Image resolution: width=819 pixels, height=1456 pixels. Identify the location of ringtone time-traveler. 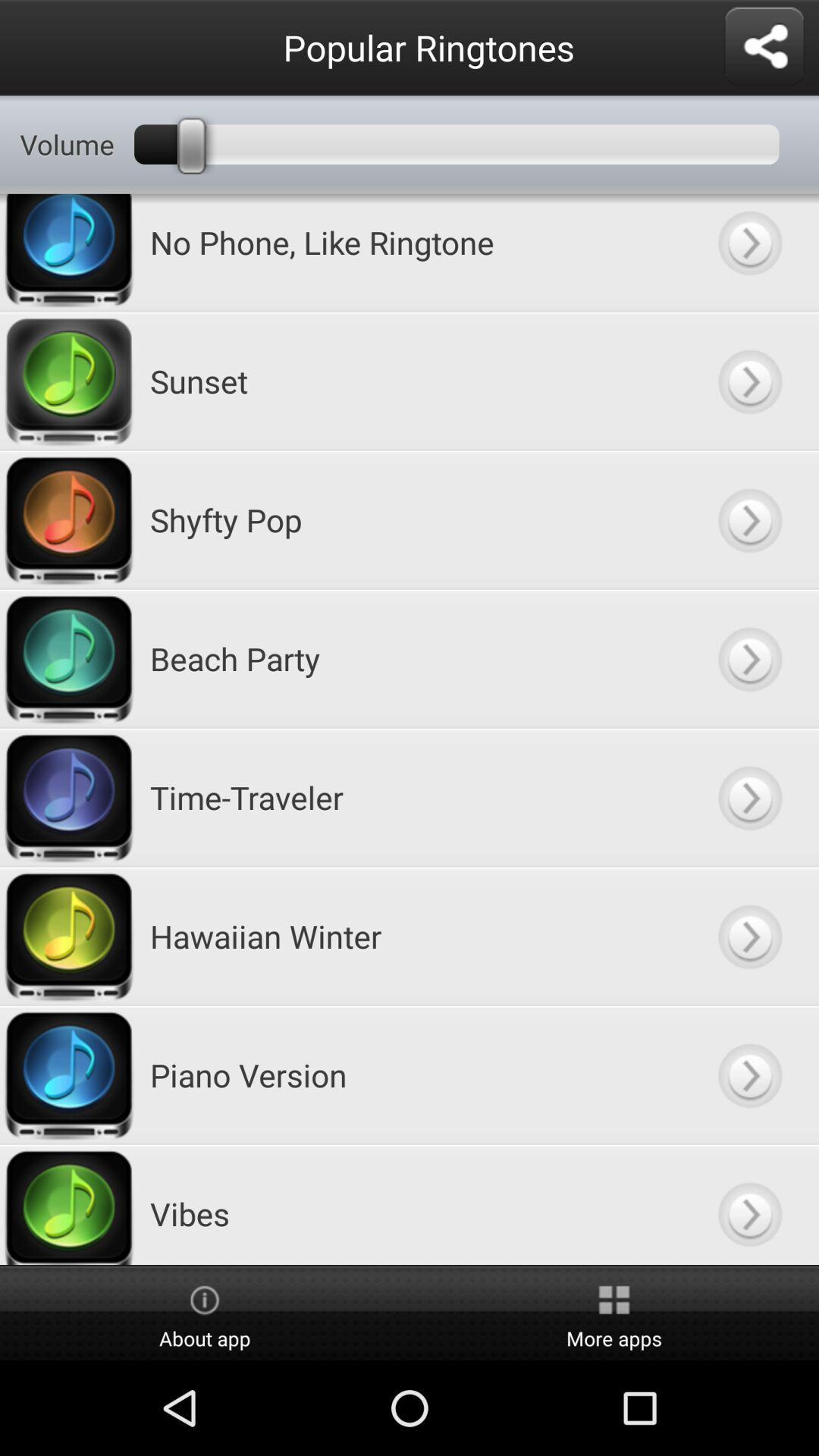
(748, 796).